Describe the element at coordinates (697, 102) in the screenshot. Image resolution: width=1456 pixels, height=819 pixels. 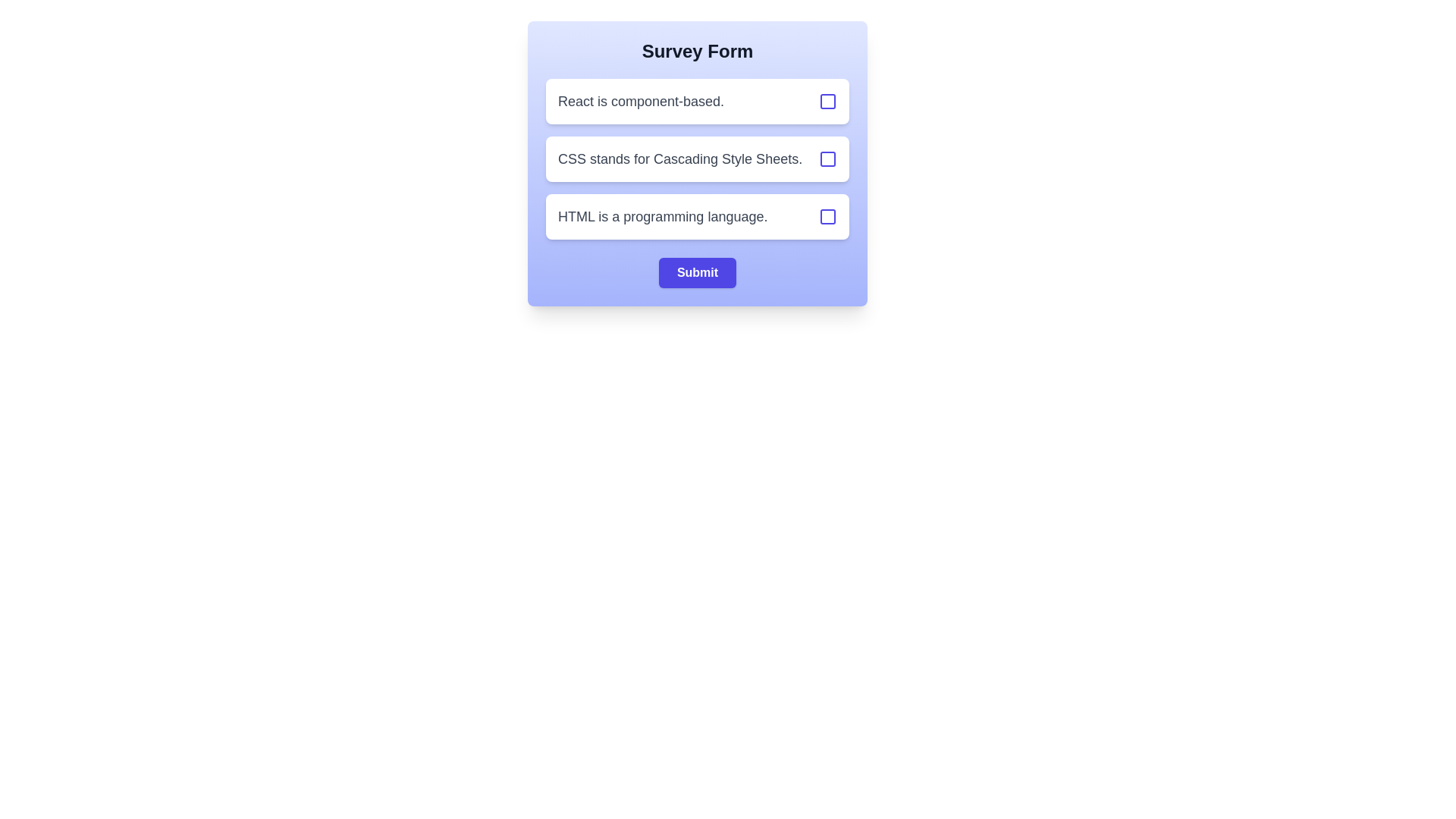
I see `the option with text 'React is component-based.' to observe its hover effect` at that location.